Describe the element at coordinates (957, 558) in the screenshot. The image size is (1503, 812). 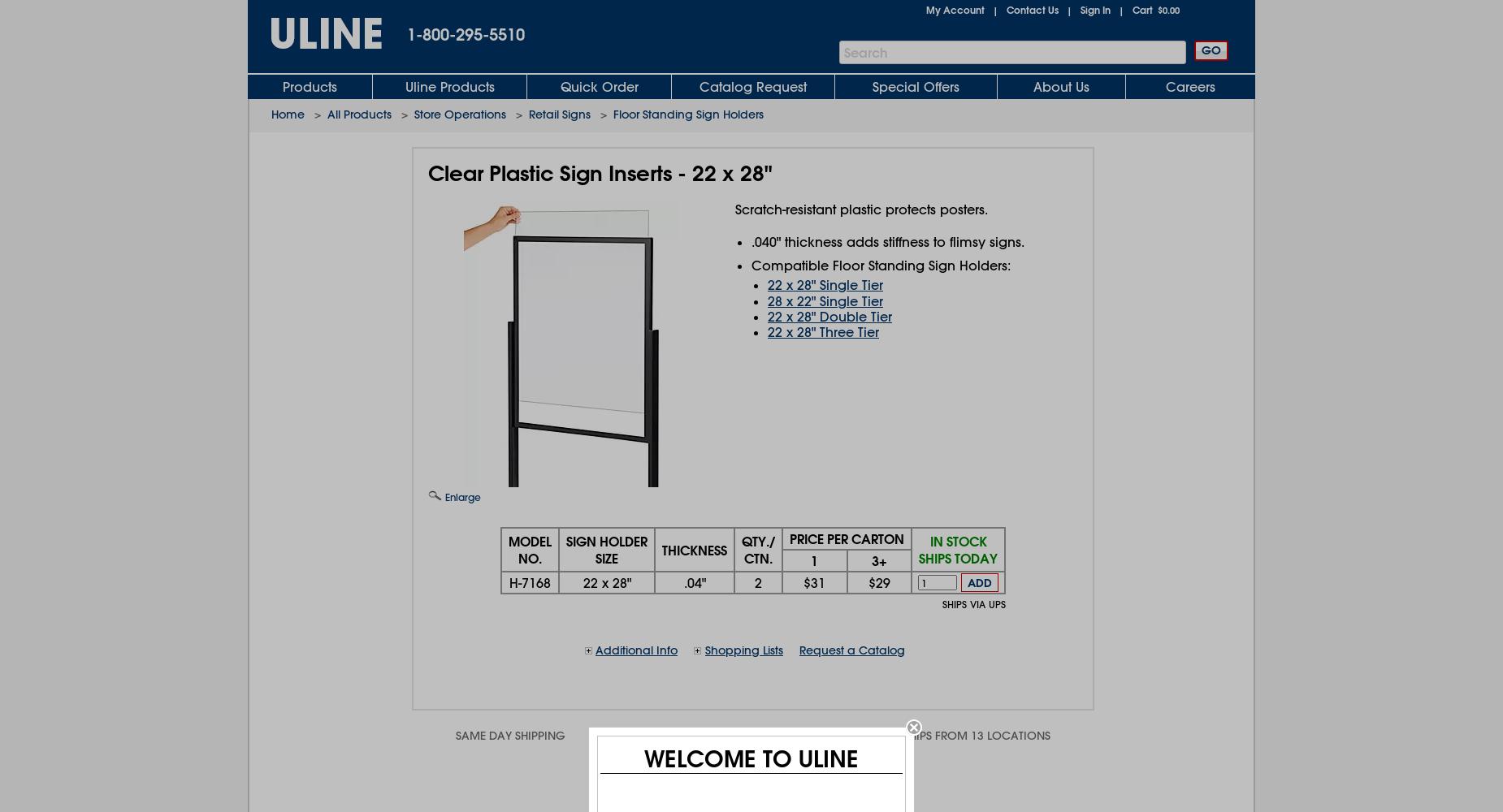
I see `'SHIPS TODAY'` at that location.